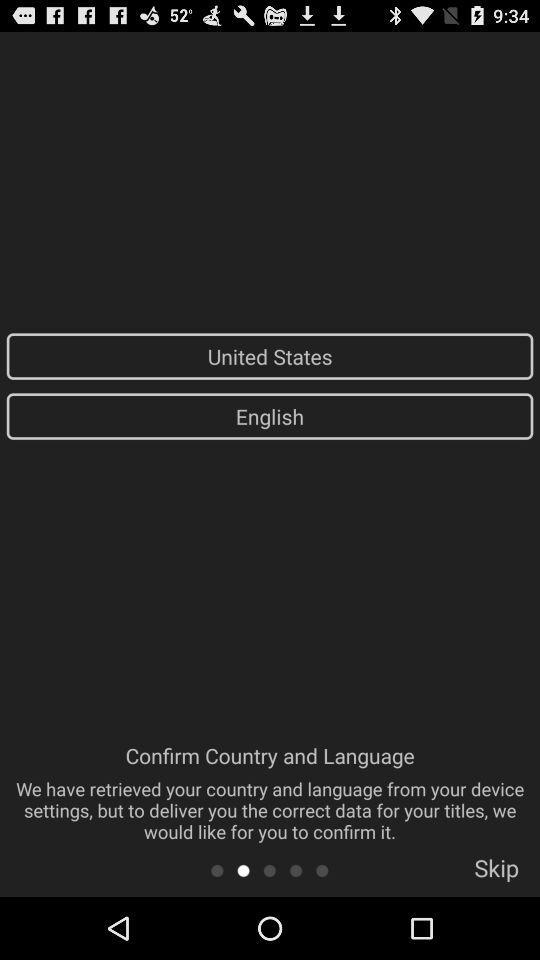 The height and width of the screenshot is (960, 540). Describe the element at coordinates (243, 869) in the screenshot. I see `next page` at that location.